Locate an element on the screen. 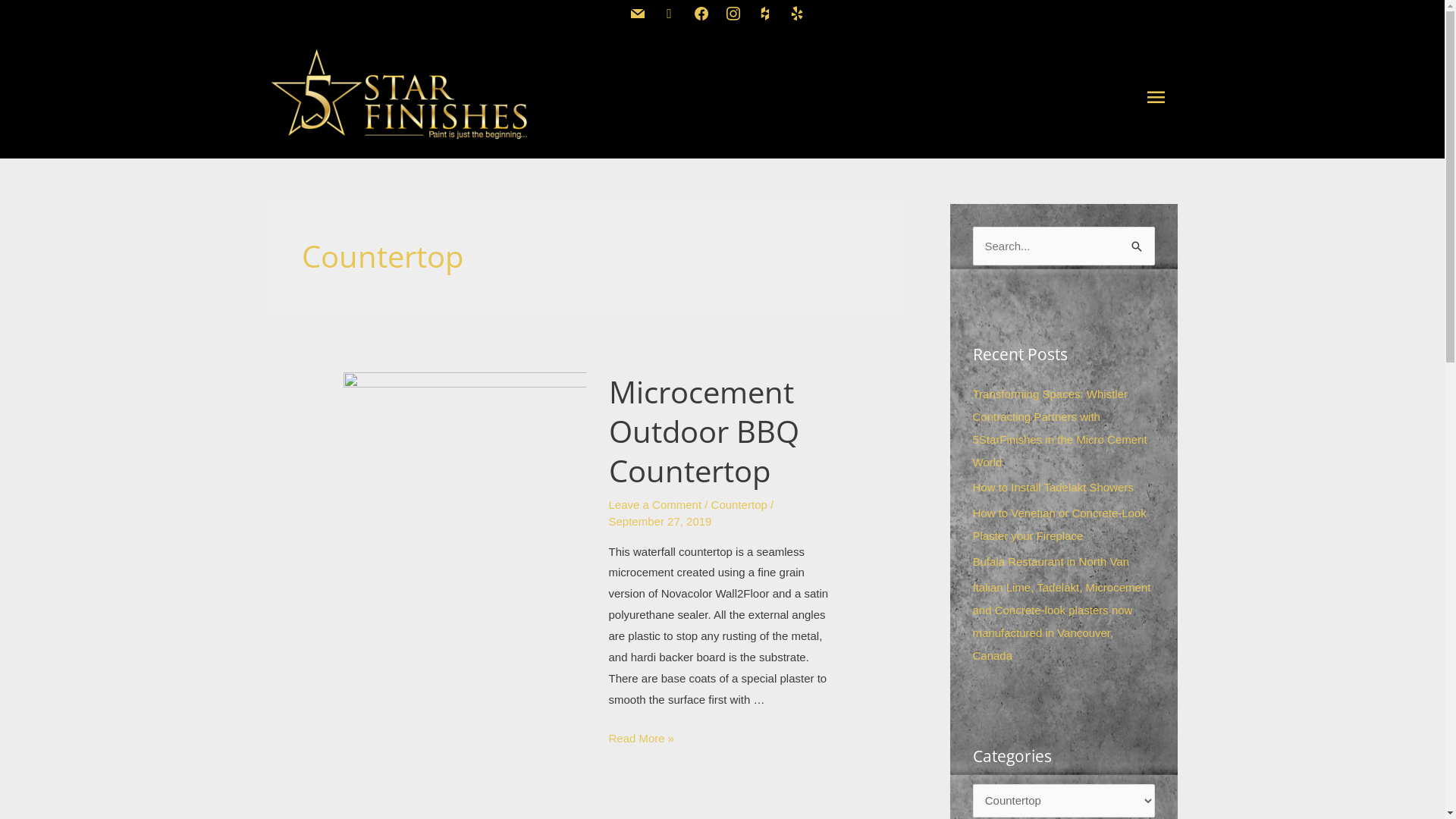 This screenshot has width=1456, height=819. 'Search' is located at coordinates (1137, 241).